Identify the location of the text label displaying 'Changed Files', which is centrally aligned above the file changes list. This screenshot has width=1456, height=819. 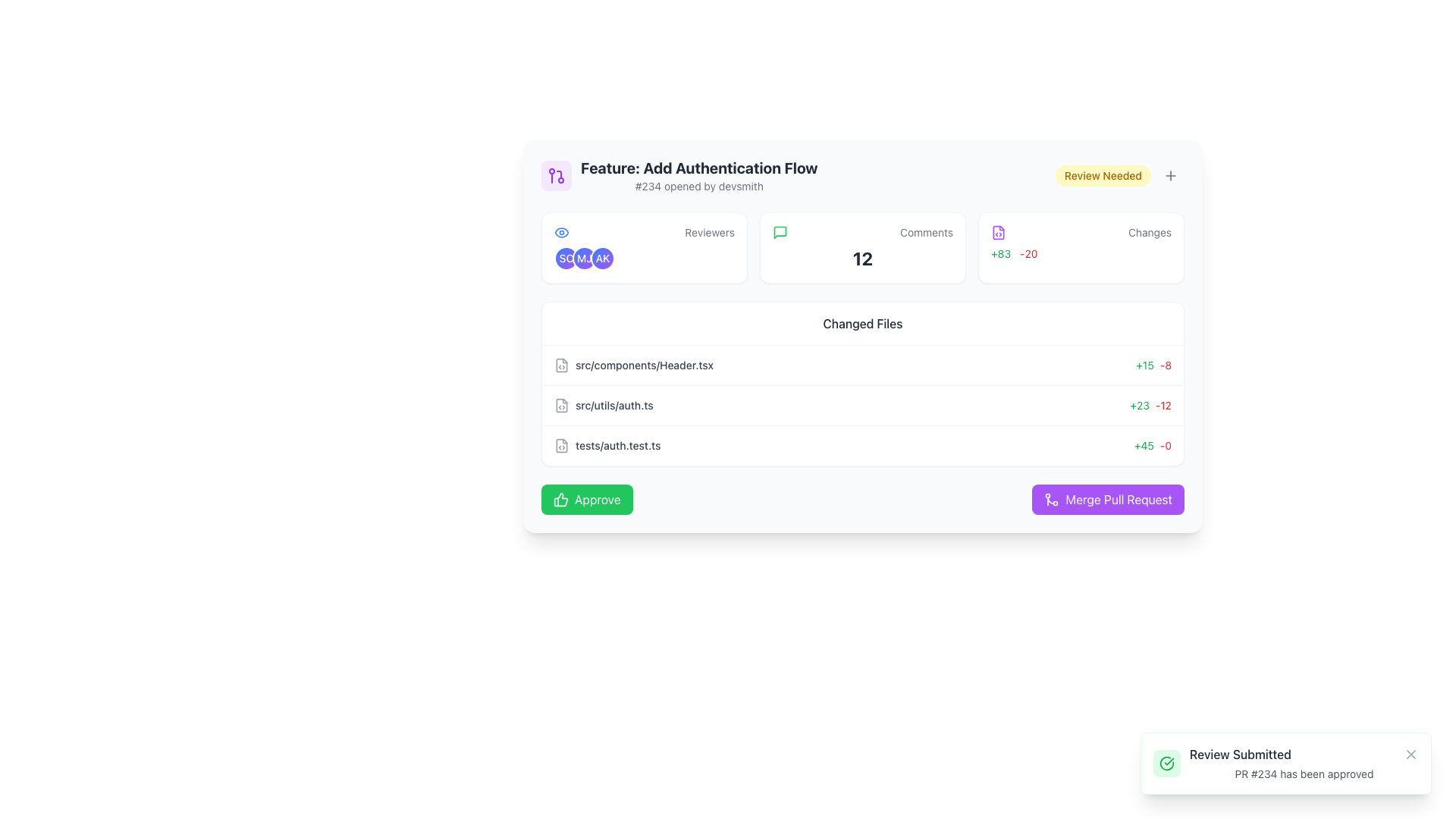
(862, 323).